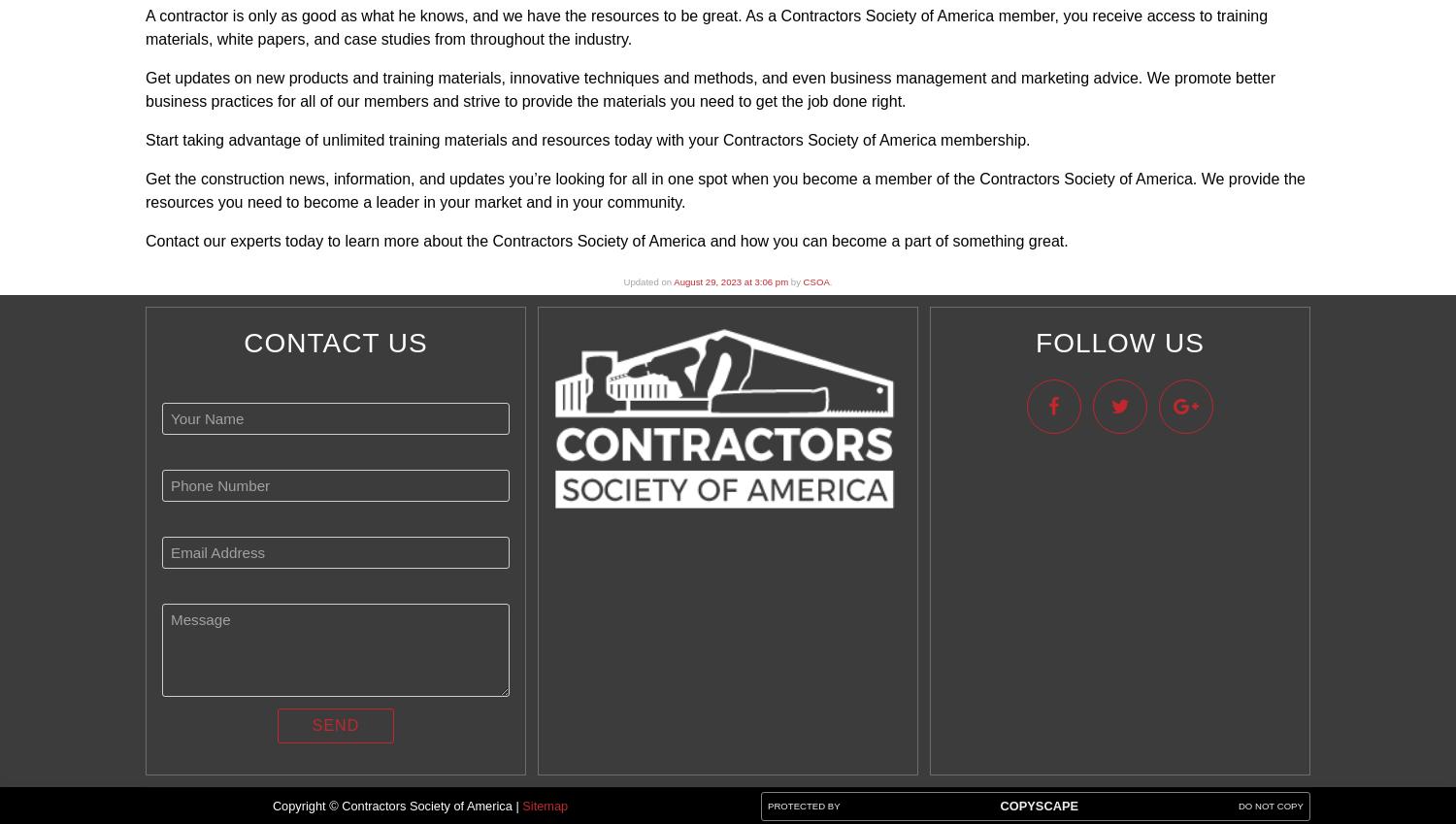 The width and height of the screenshot is (1456, 824). Describe the element at coordinates (1119, 343) in the screenshot. I see `'Follow Us'` at that location.